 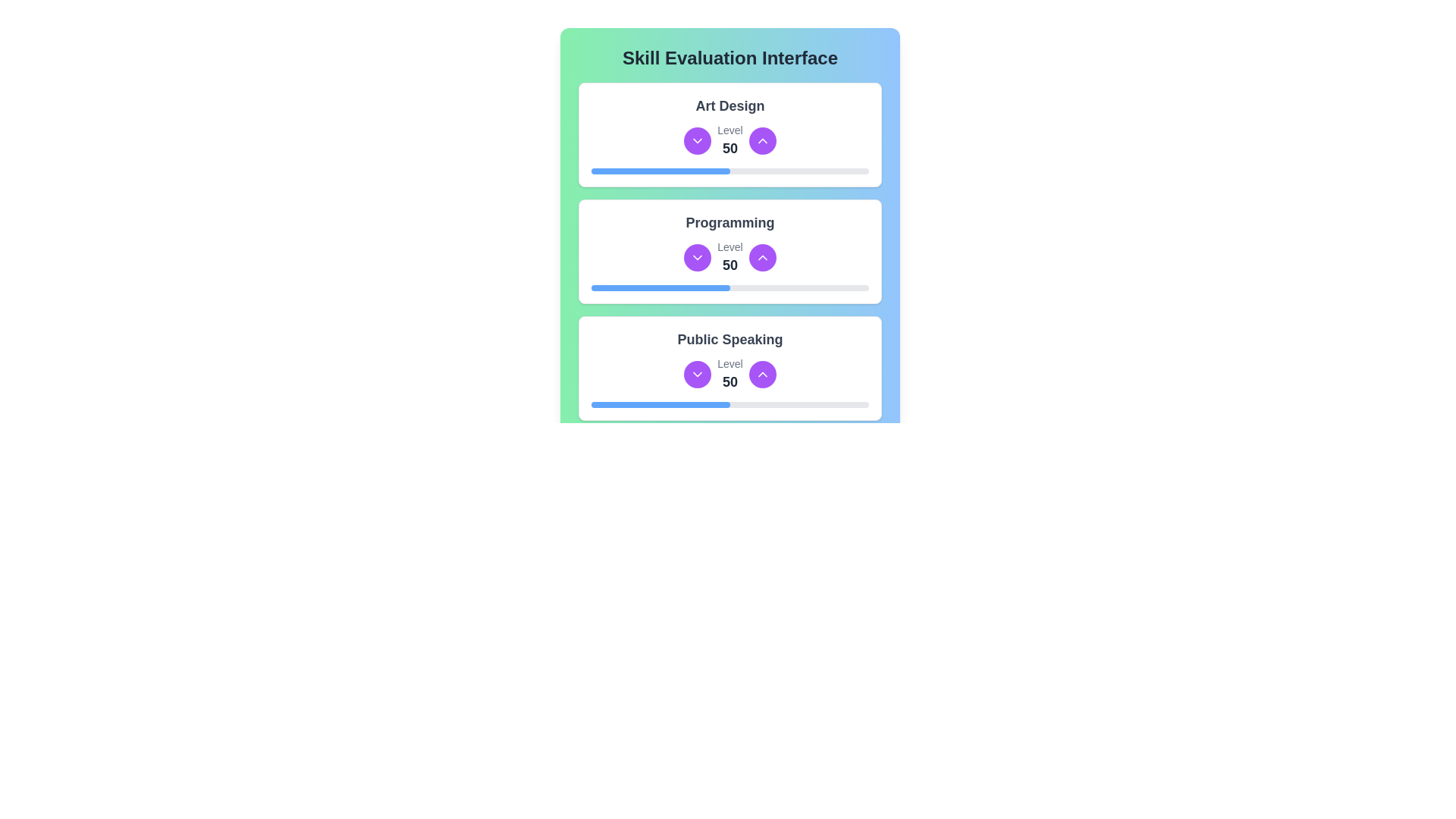 What do you see at coordinates (685, 403) in the screenshot?
I see `the slider value` at bounding box center [685, 403].